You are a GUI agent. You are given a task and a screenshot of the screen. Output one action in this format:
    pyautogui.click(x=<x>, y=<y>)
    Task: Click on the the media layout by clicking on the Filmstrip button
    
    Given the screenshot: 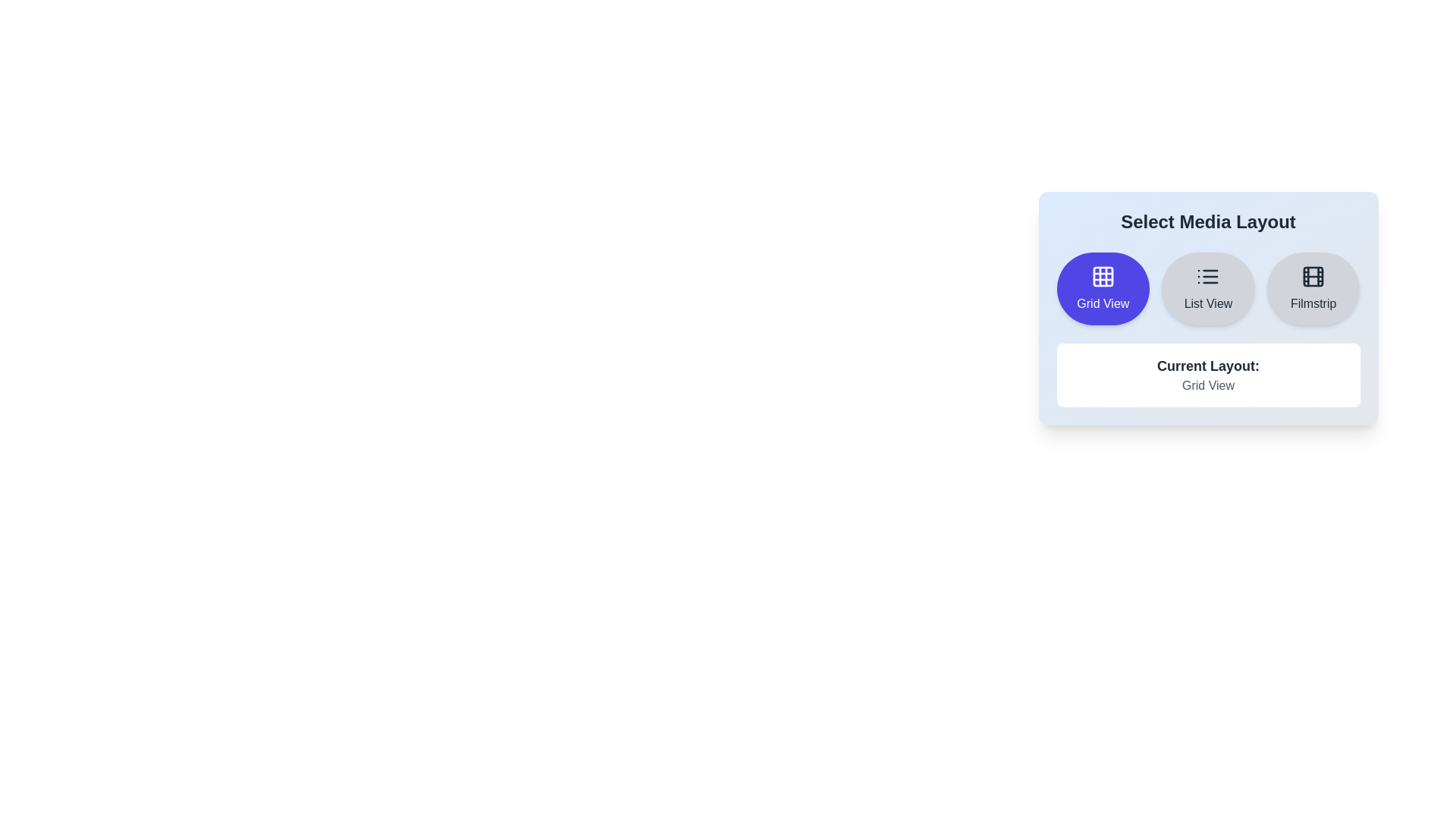 What is the action you would take?
    pyautogui.click(x=1313, y=289)
    